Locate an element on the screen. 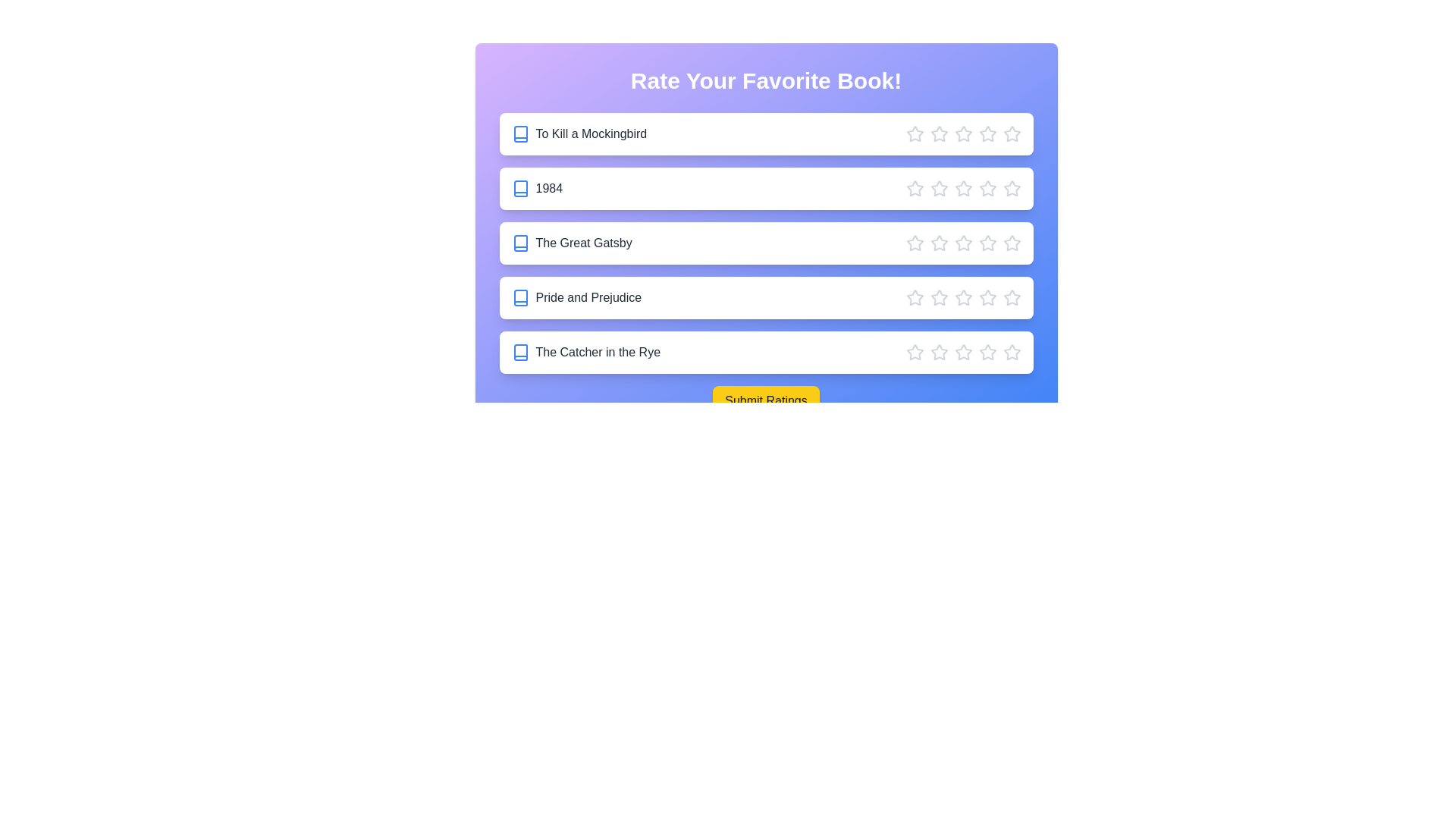 This screenshot has height=819, width=1456. the star corresponding to 4 stars for the book 'The Great Gatsby' is located at coordinates (987, 242).